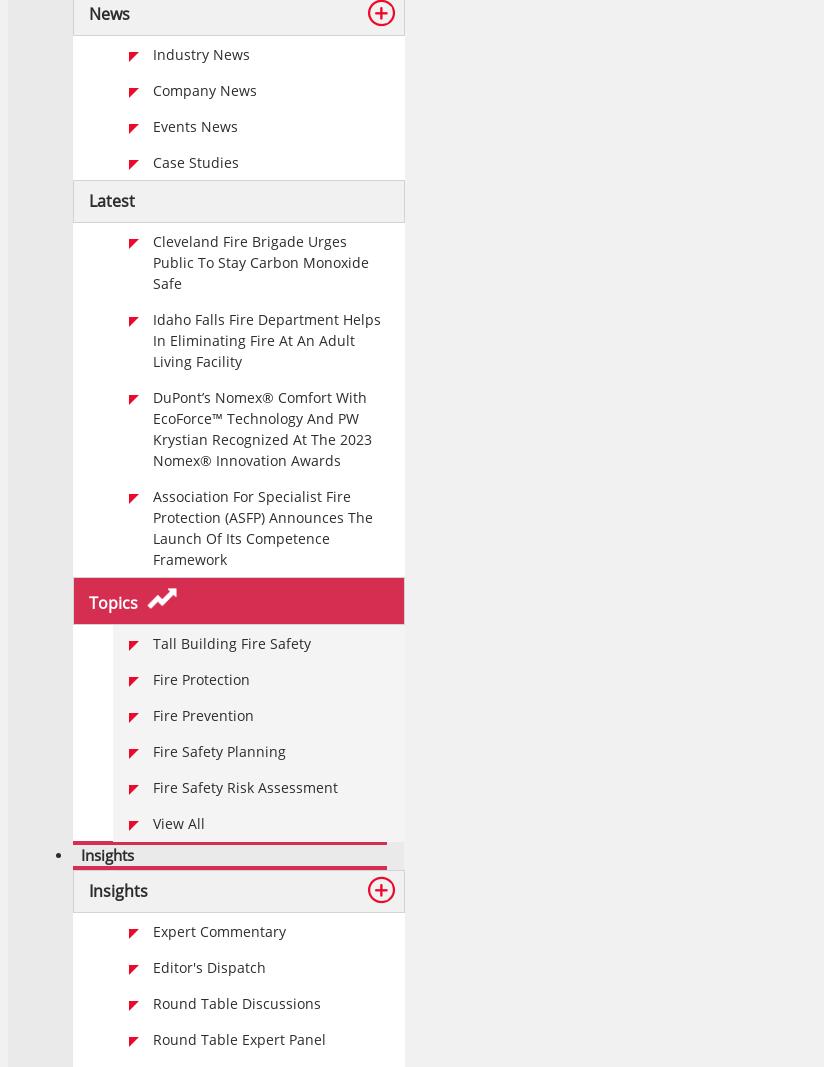 The image size is (824, 1067). I want to click on 'Association For Specialist Fire Protection (ASFP) Announces The Launch Of Its Competence Framework', so click(152, 526).